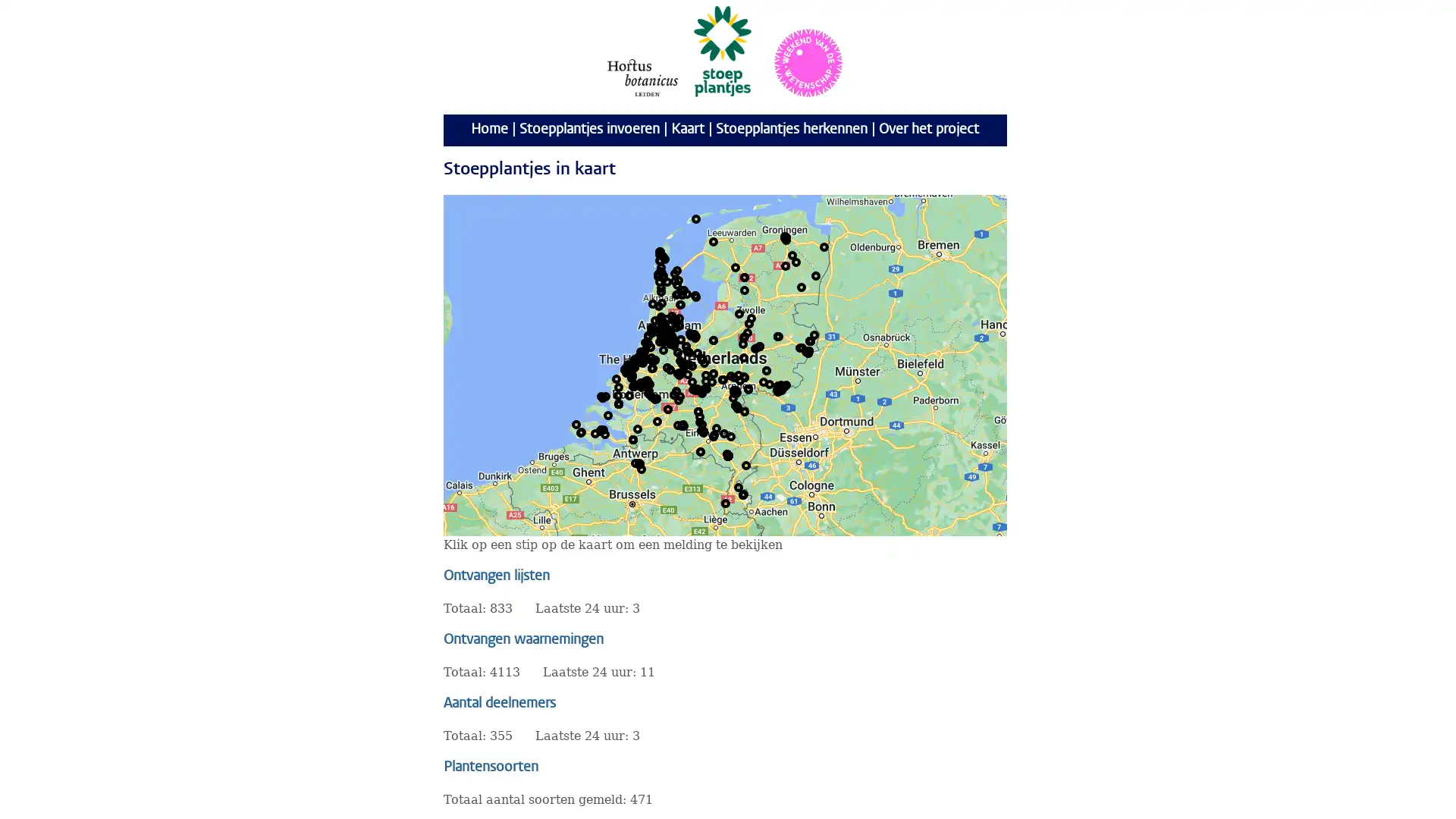 This screenshot has height=819, width=1456. I want to click on Zoom in, so click(983, 470).